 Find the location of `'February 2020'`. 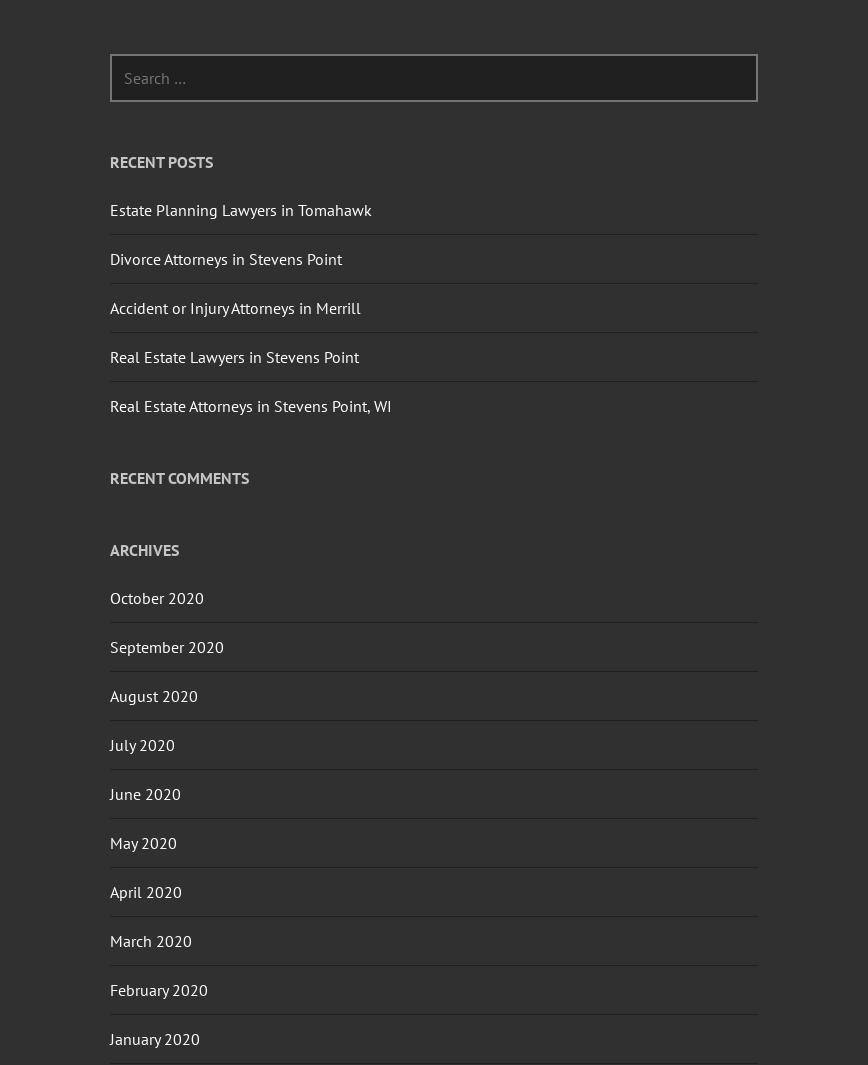

'February 2020' is located at coordinates (109, 988).